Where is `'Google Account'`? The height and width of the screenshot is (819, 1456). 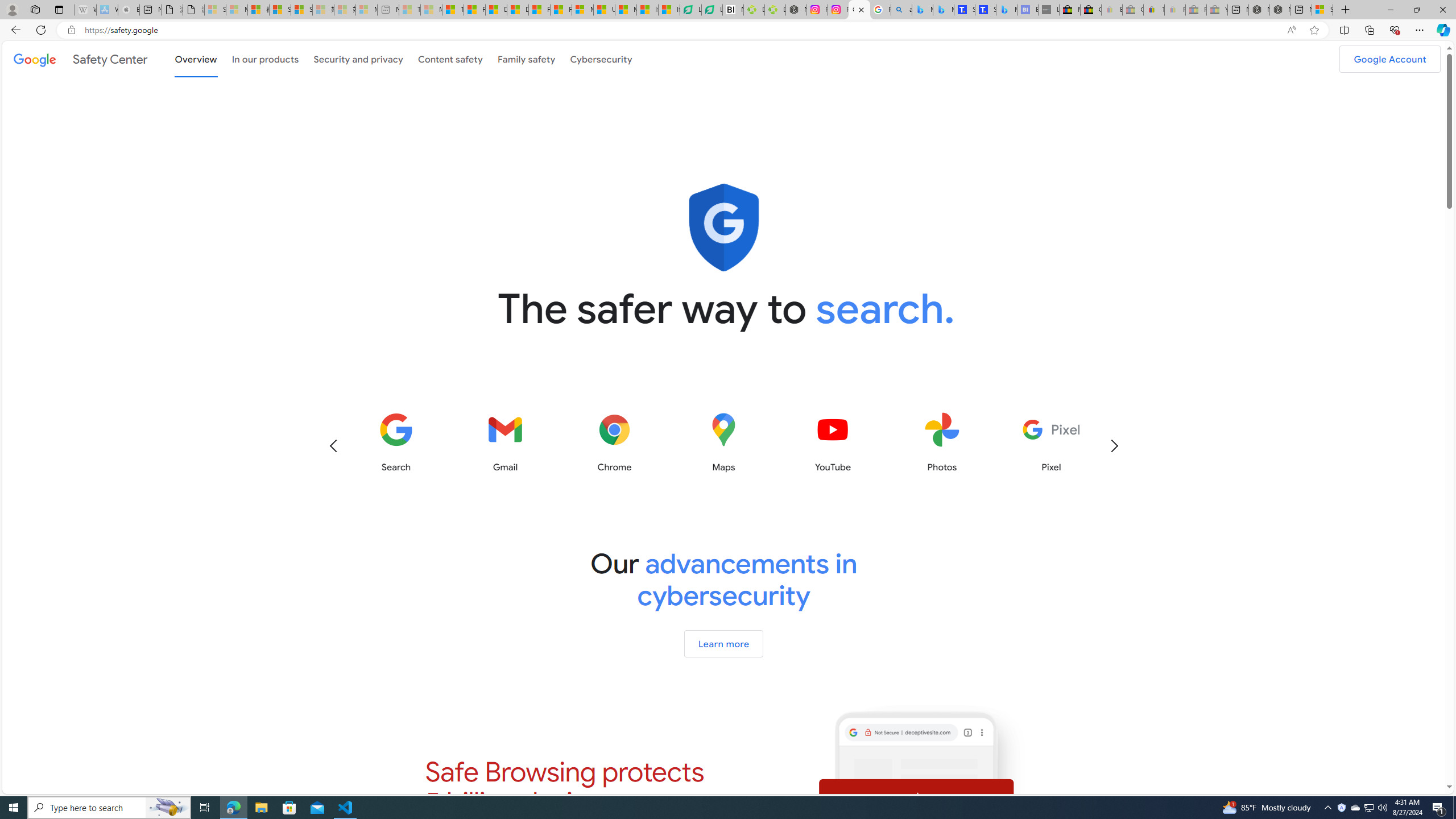
'Google Account' is located at coordinates (1389, 59).